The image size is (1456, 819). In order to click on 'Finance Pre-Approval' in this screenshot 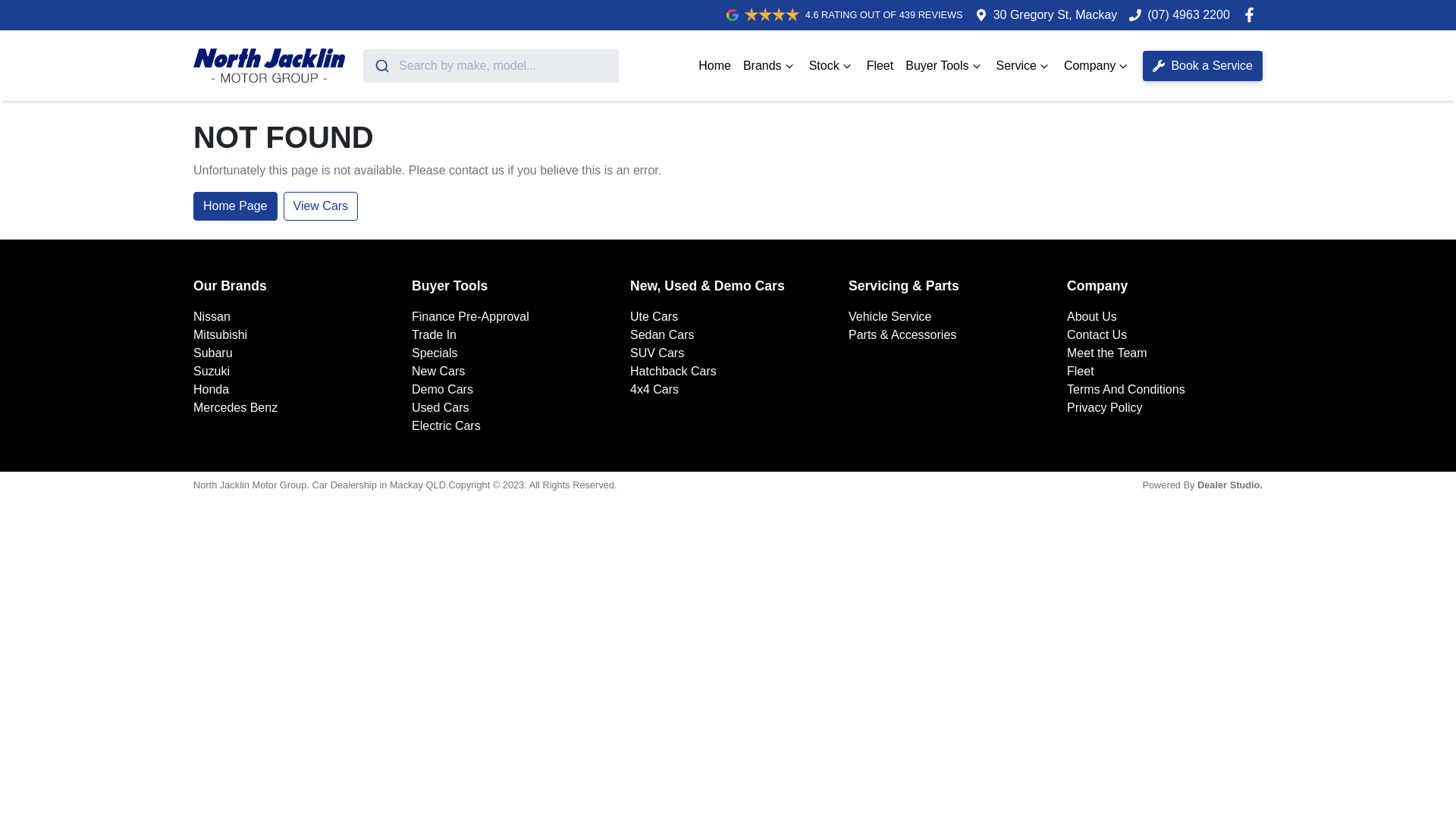, I will do `click(469, 315)`.